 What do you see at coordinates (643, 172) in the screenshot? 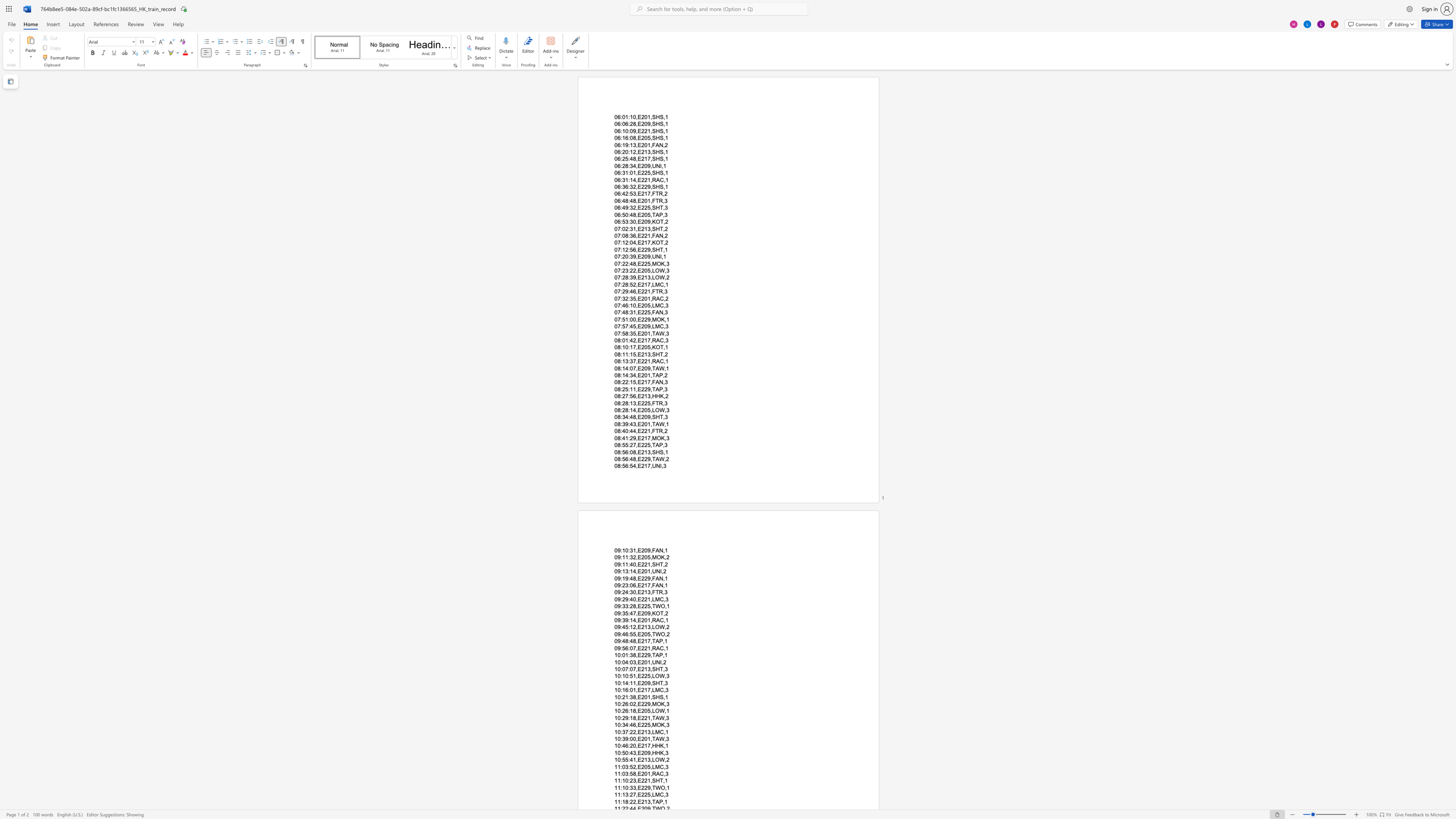
I see `the subset text "25,SHS" within the text "06:31:01,E225,SHS,1"` at bounding box center [643, 172].